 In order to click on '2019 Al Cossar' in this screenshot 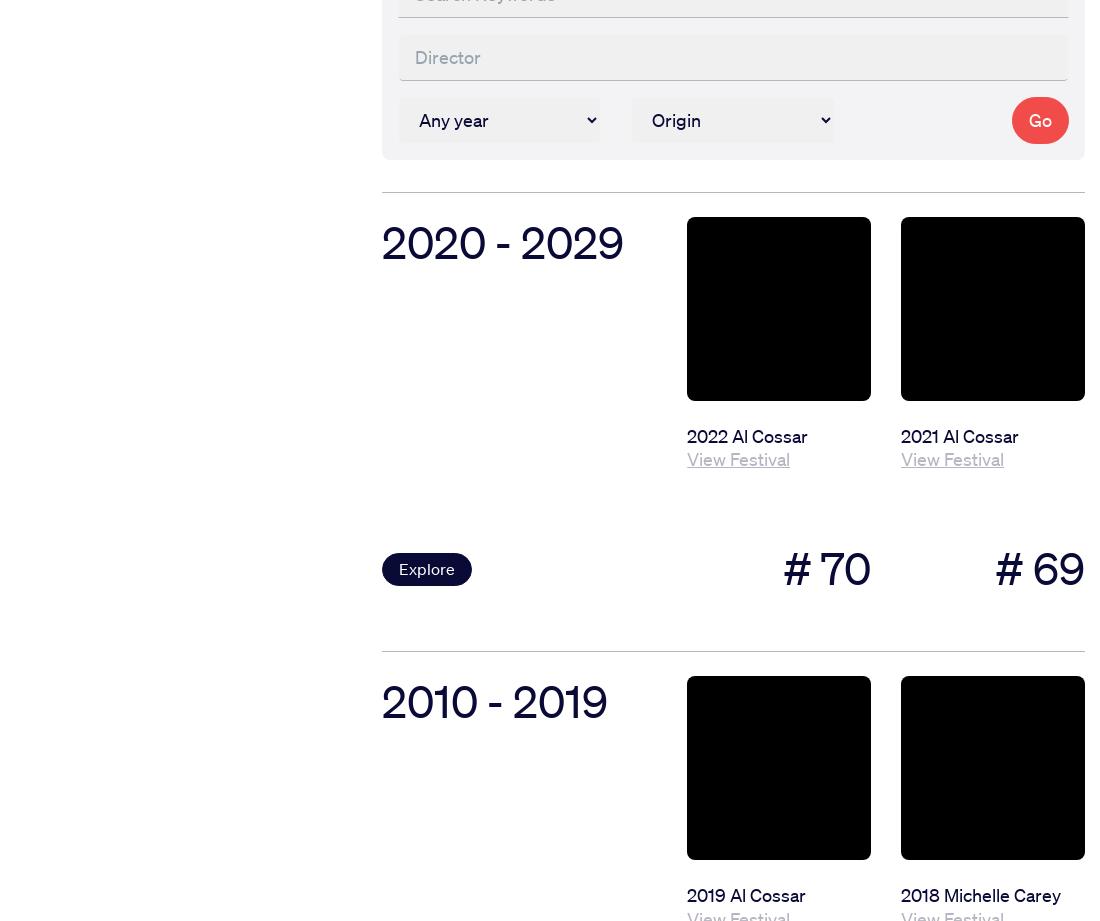, I will do `click(686, 894)`.